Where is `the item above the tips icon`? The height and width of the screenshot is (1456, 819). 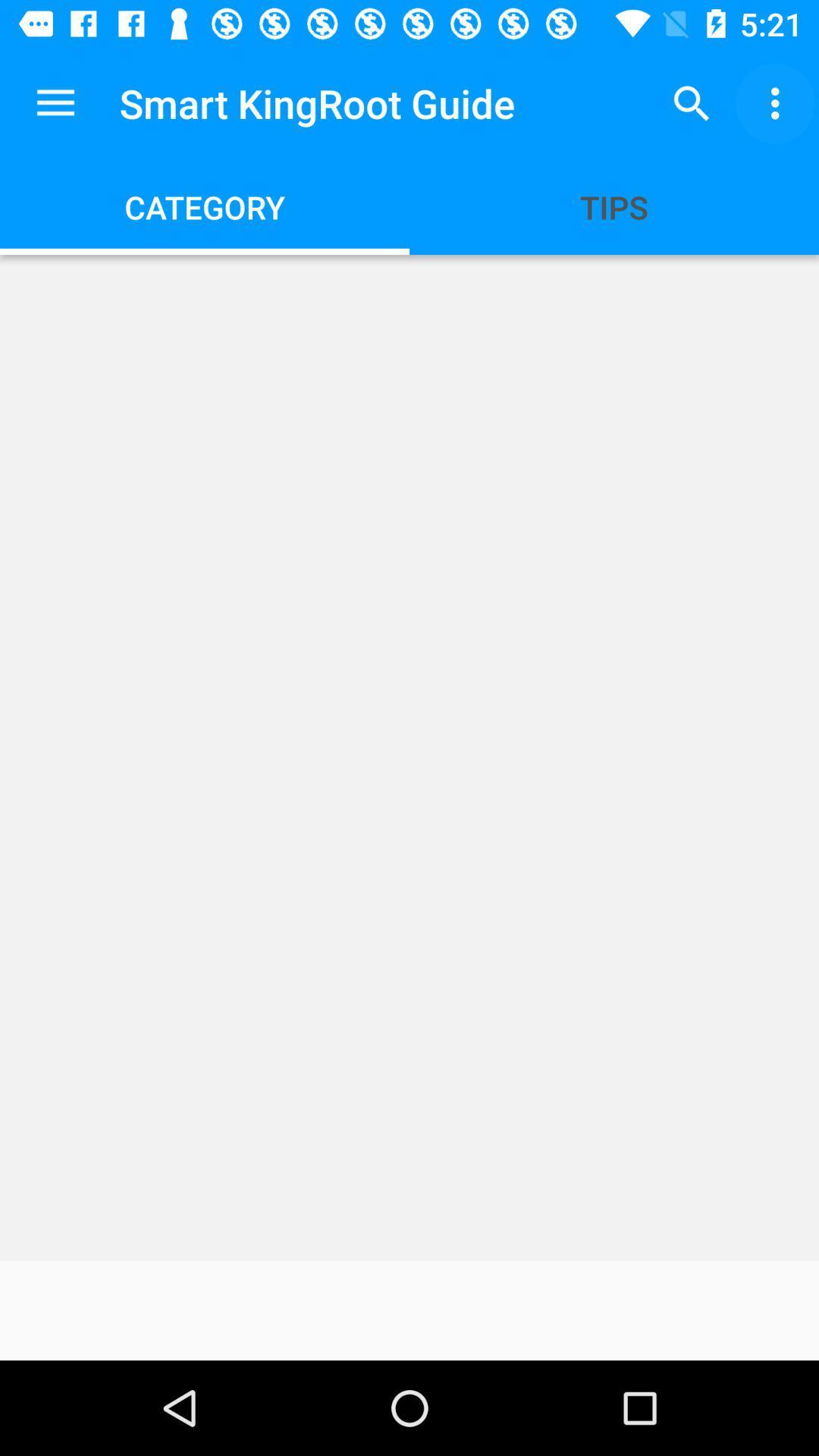
the item above the tips icon is located at coordinates (691, 102).